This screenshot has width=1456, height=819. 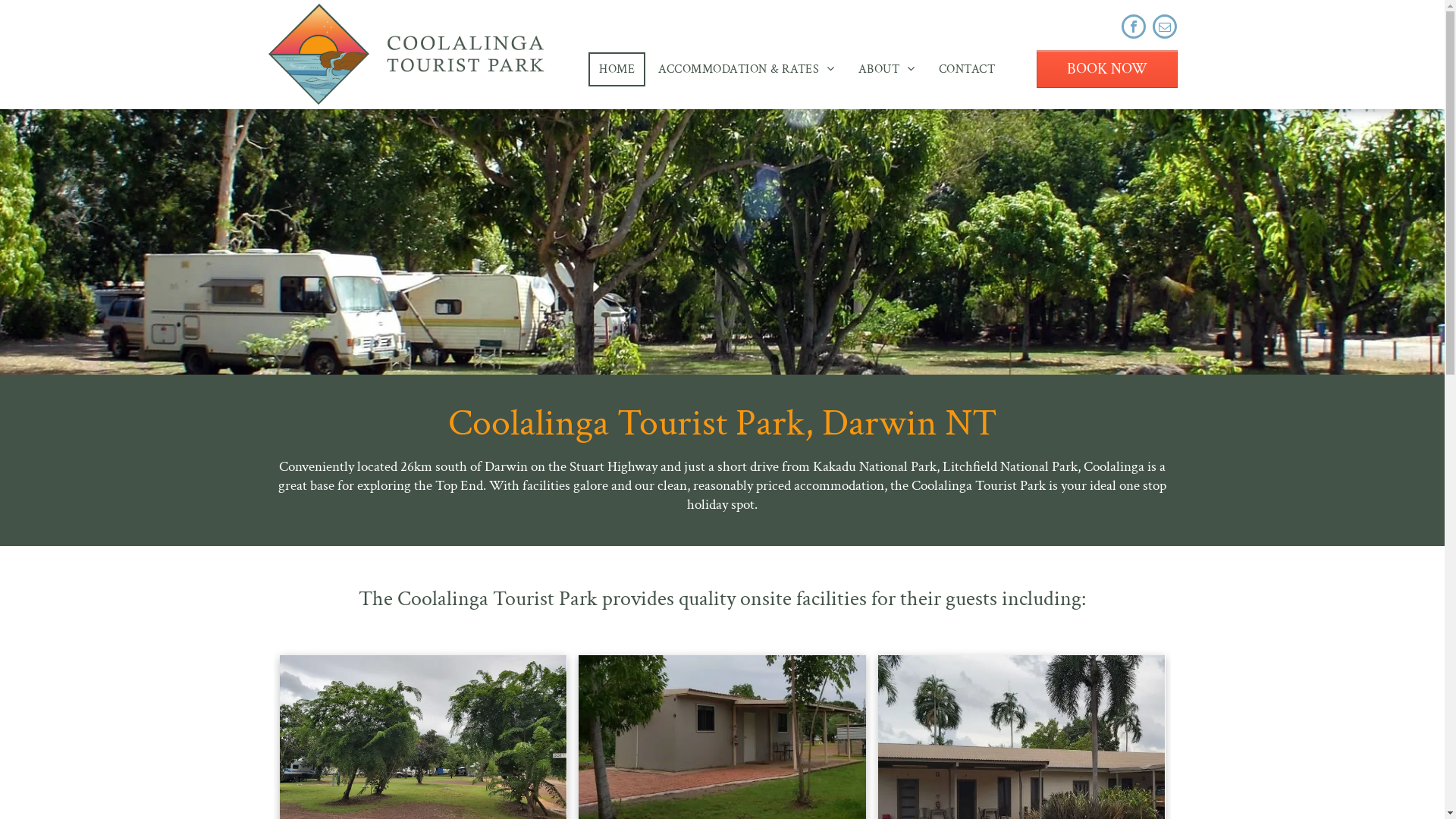 I want to click on 'ACCOMMODATION & RATES', so click(x=746, y=68).